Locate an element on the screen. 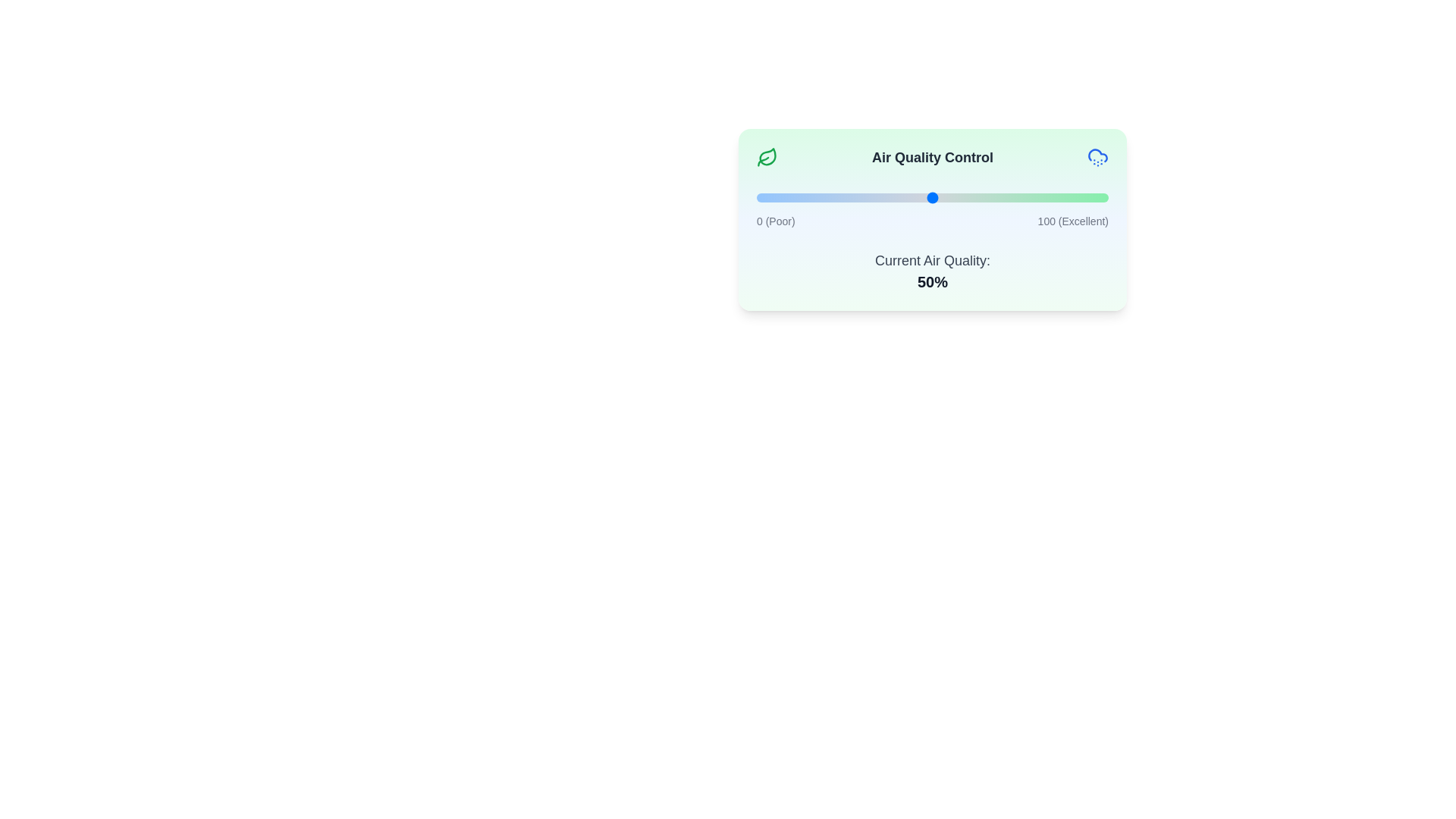  the air quality slider to 96% is located at coordinates (1094, 197).